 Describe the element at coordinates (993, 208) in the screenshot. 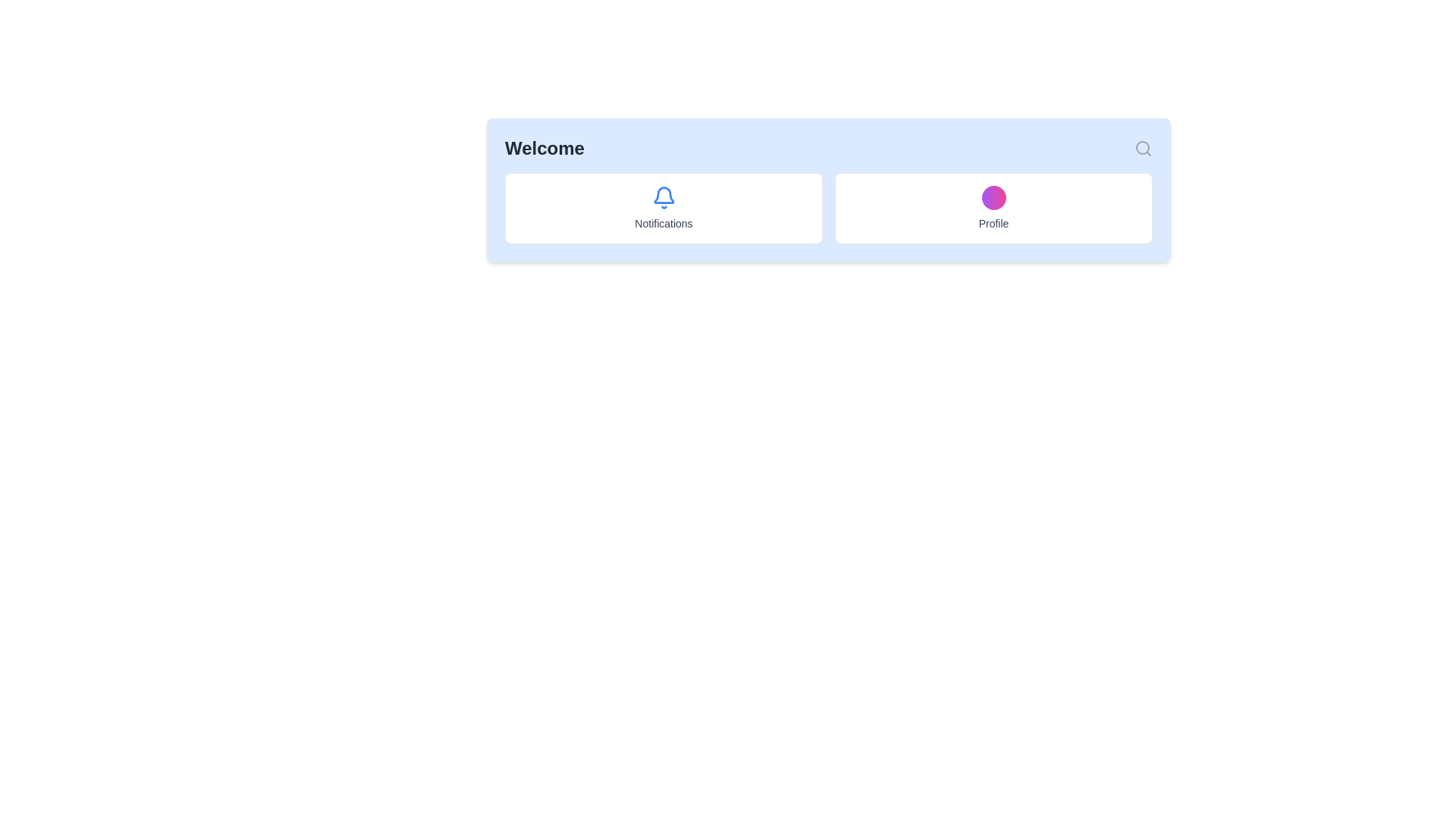

I see `the 'Profile' button located in the right-hand column of the two-column grid layout to potentially see a tooltip` at that location.